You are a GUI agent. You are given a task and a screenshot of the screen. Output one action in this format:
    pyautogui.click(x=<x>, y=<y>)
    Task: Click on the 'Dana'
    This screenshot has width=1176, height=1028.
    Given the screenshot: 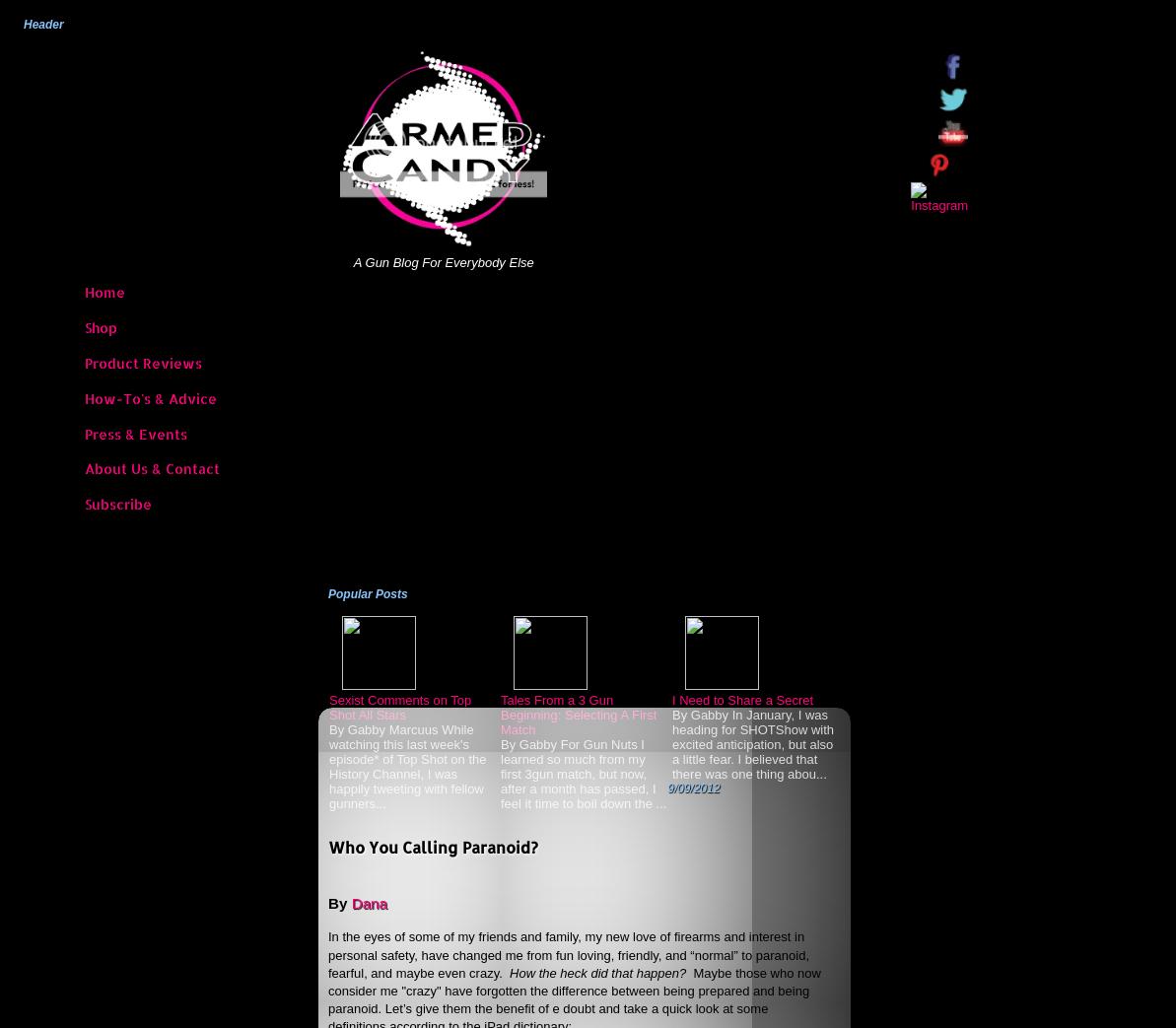 What is the action you would take?
    pyautogui.click(x=369, y=901)
    